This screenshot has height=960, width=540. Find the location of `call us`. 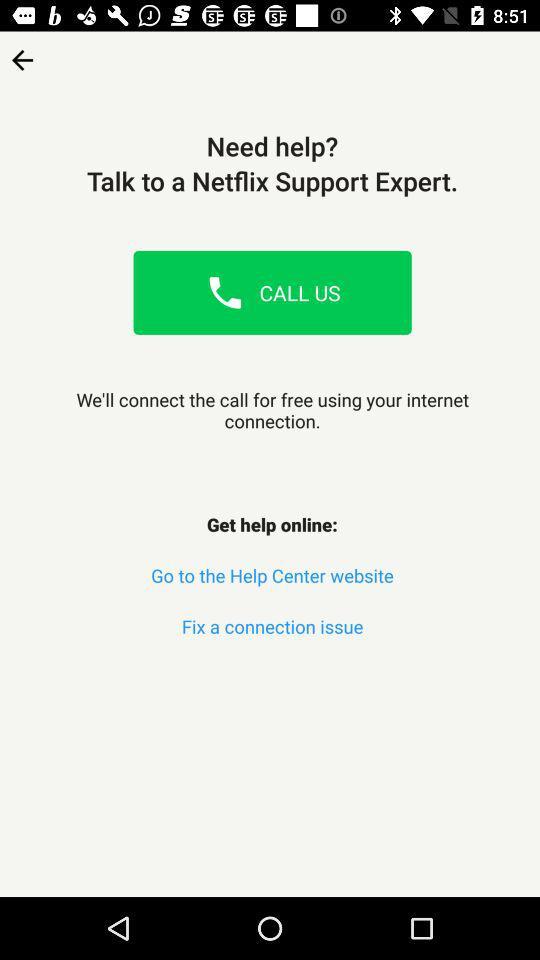

call us is located at coordinates (224, 291).